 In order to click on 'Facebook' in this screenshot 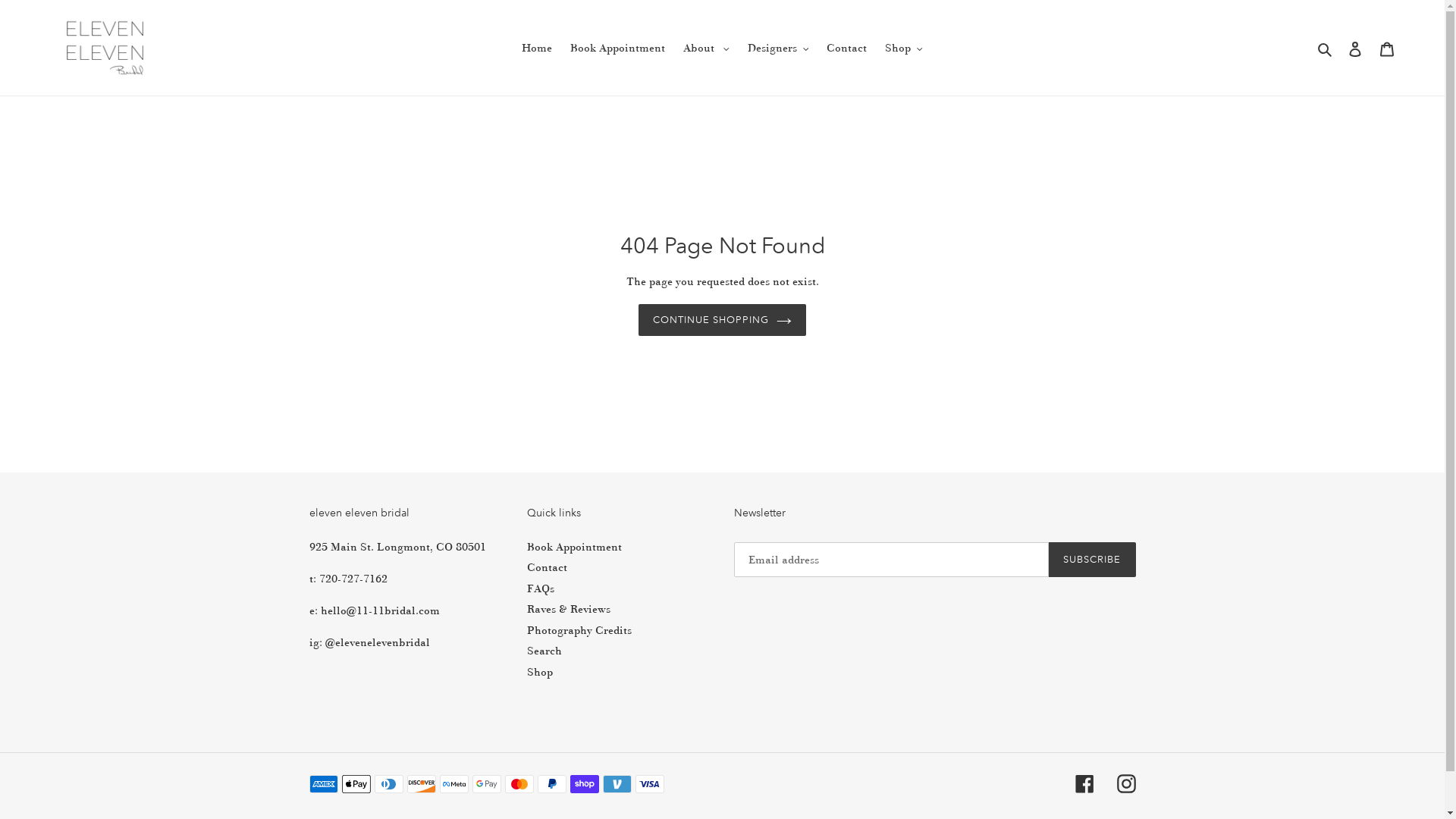, I will do `click(1084, 783)`.